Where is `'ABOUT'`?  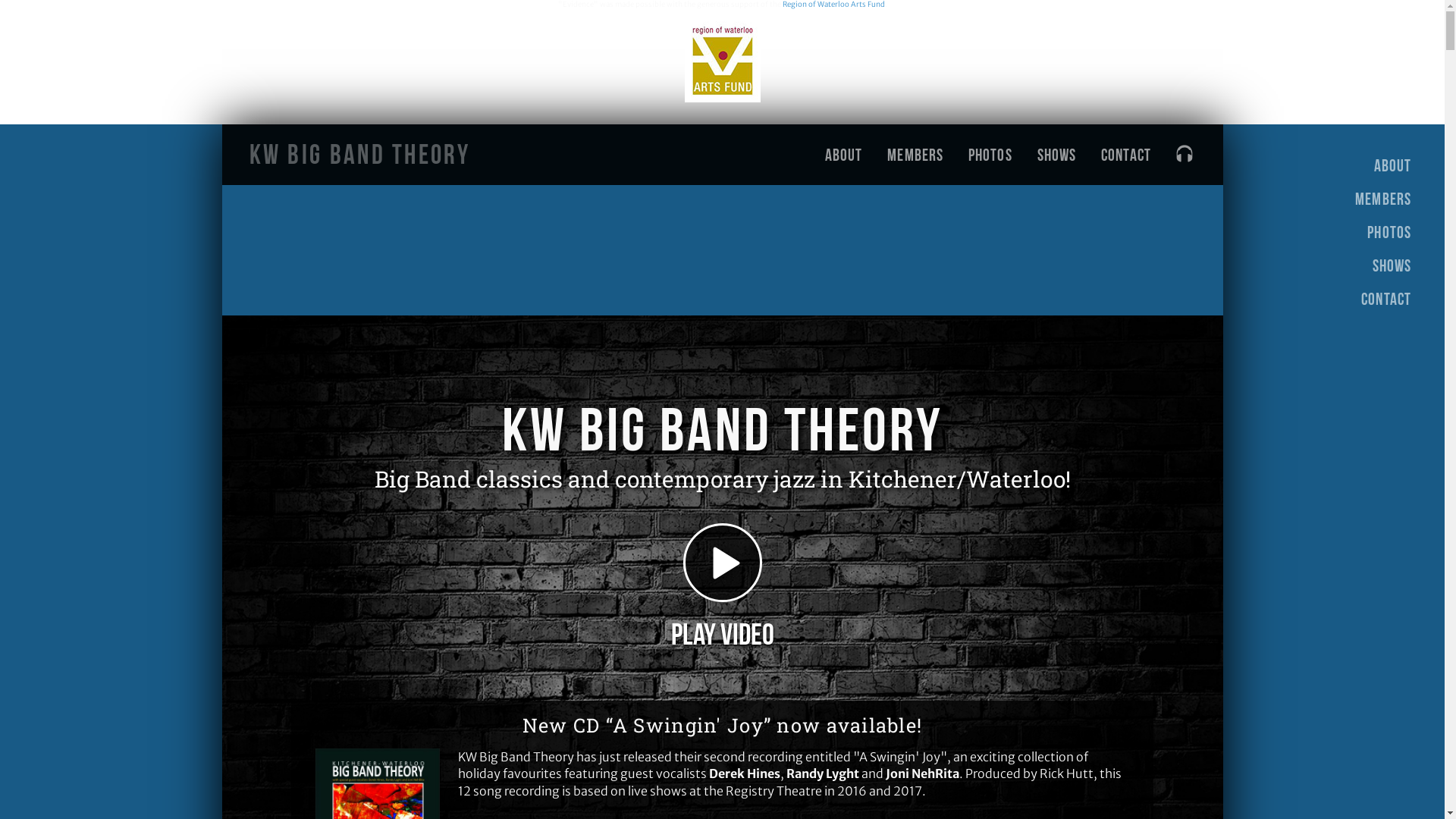 'ABOUT' is located at coordinates (843, 155).